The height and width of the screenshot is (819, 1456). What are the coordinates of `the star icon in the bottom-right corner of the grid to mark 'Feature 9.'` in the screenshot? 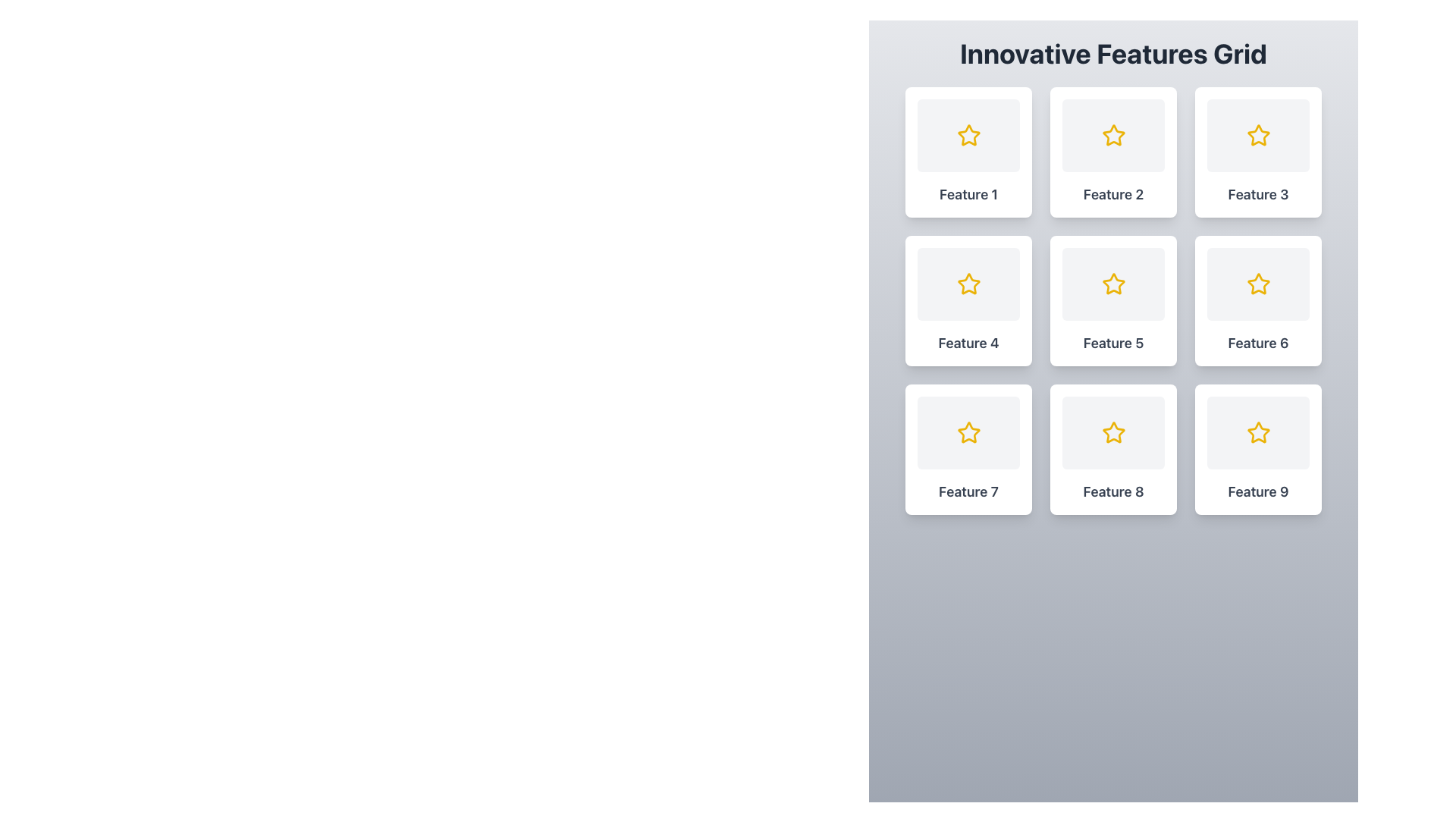 It's located at (1258, 432).